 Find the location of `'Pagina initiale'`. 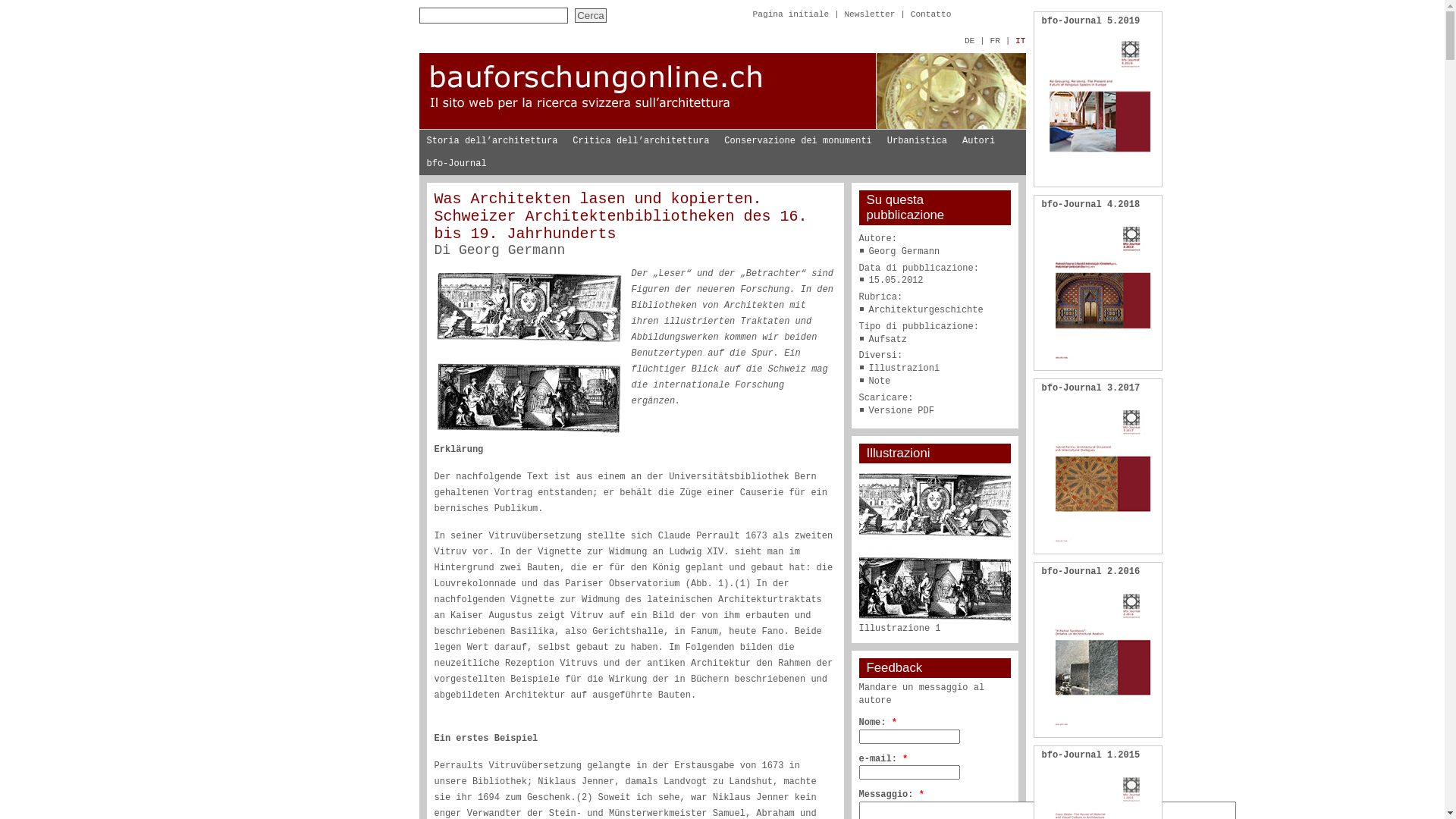

'Pagina initiale' is located at coordinates (789, 14).